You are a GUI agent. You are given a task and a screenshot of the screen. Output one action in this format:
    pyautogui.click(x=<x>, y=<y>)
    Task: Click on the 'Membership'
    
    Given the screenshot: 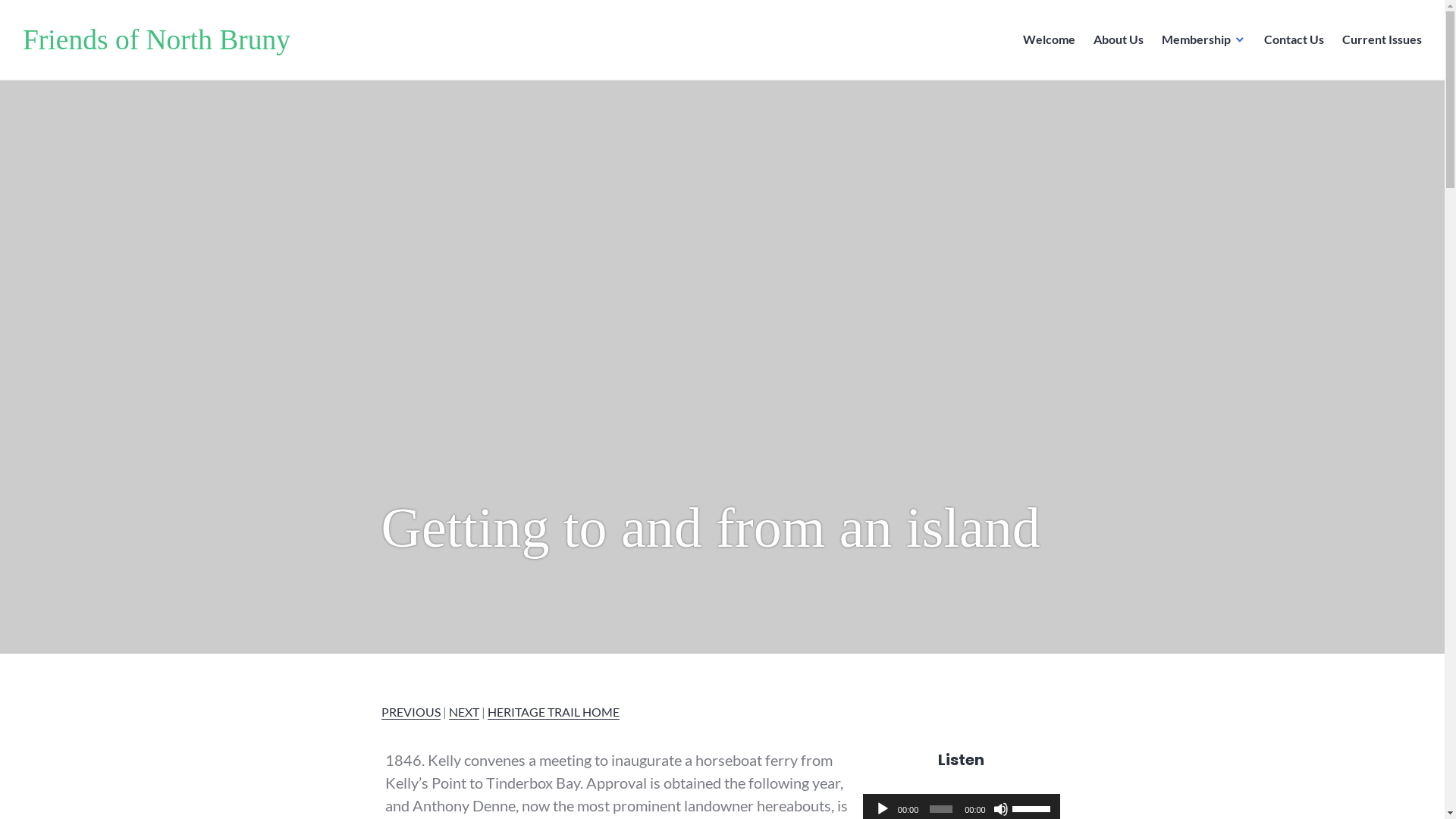 What is the action you would take?
    pyautogui.click(x=1203, y=39)
    